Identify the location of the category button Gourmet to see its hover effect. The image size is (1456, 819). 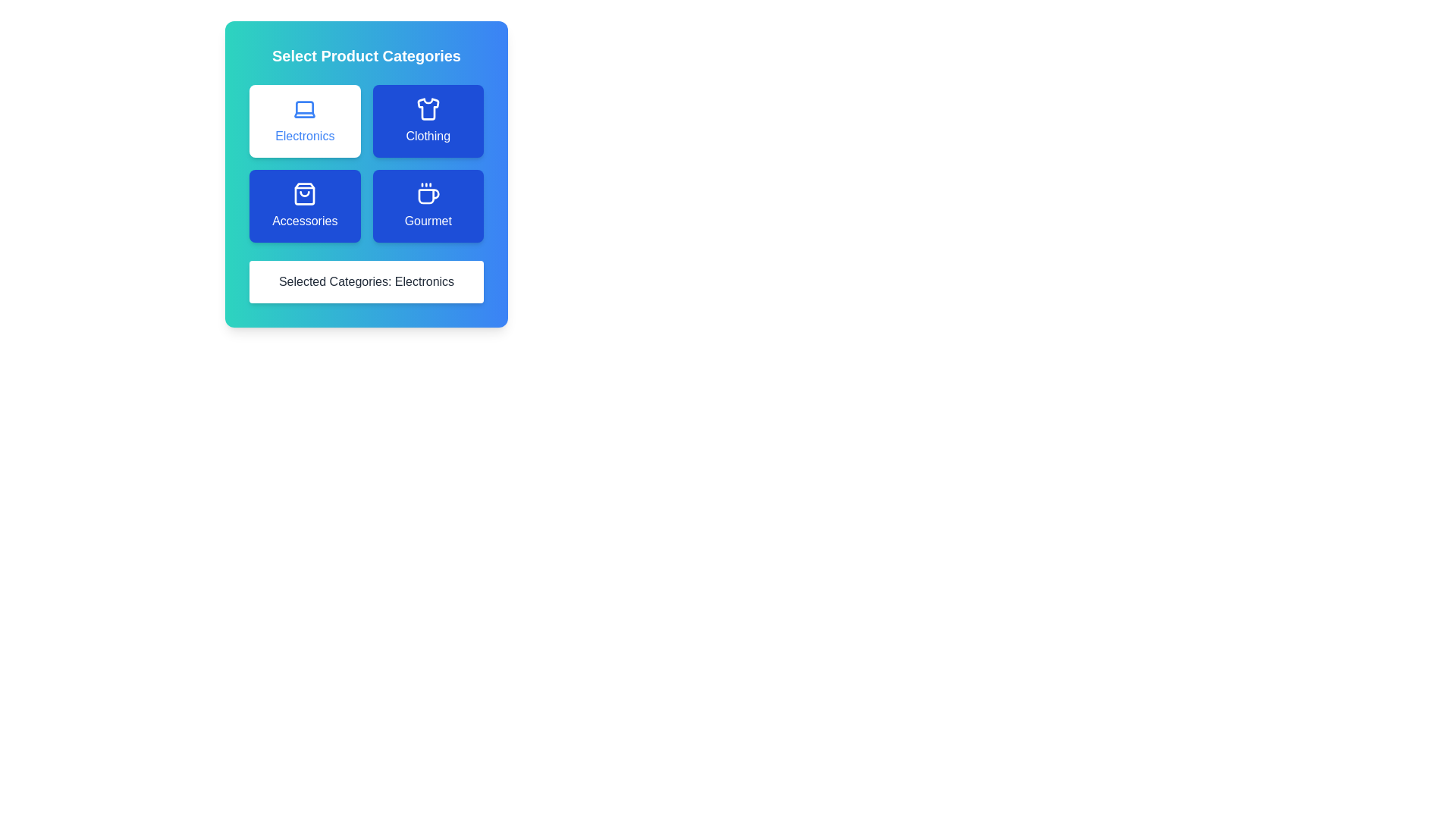
(427, 206).